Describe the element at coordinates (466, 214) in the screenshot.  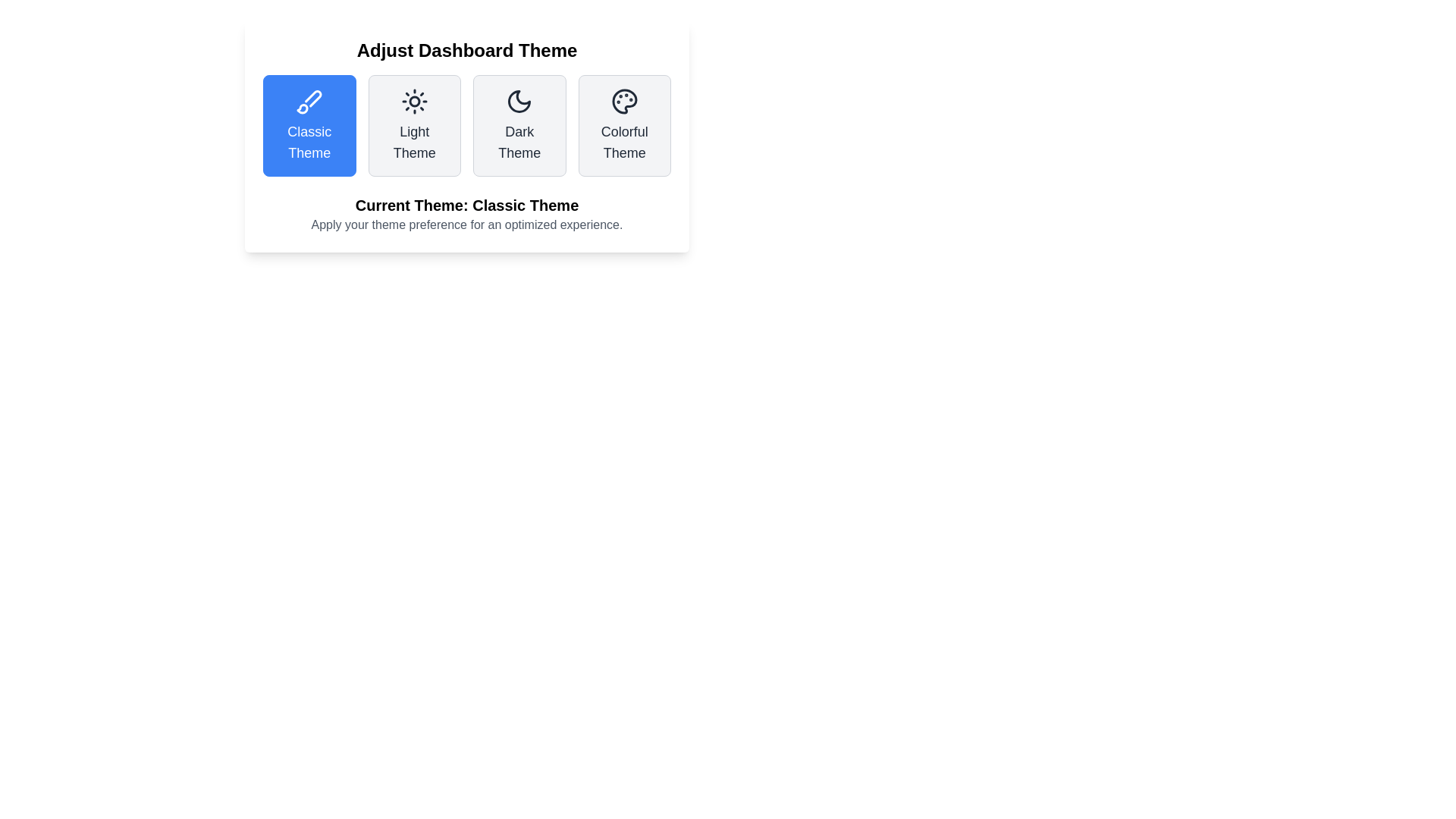
I see `the label displaying the currently selected theme ('Classic Theme') which encourages the user to set their theme preference for an enhanced experience` at that location.